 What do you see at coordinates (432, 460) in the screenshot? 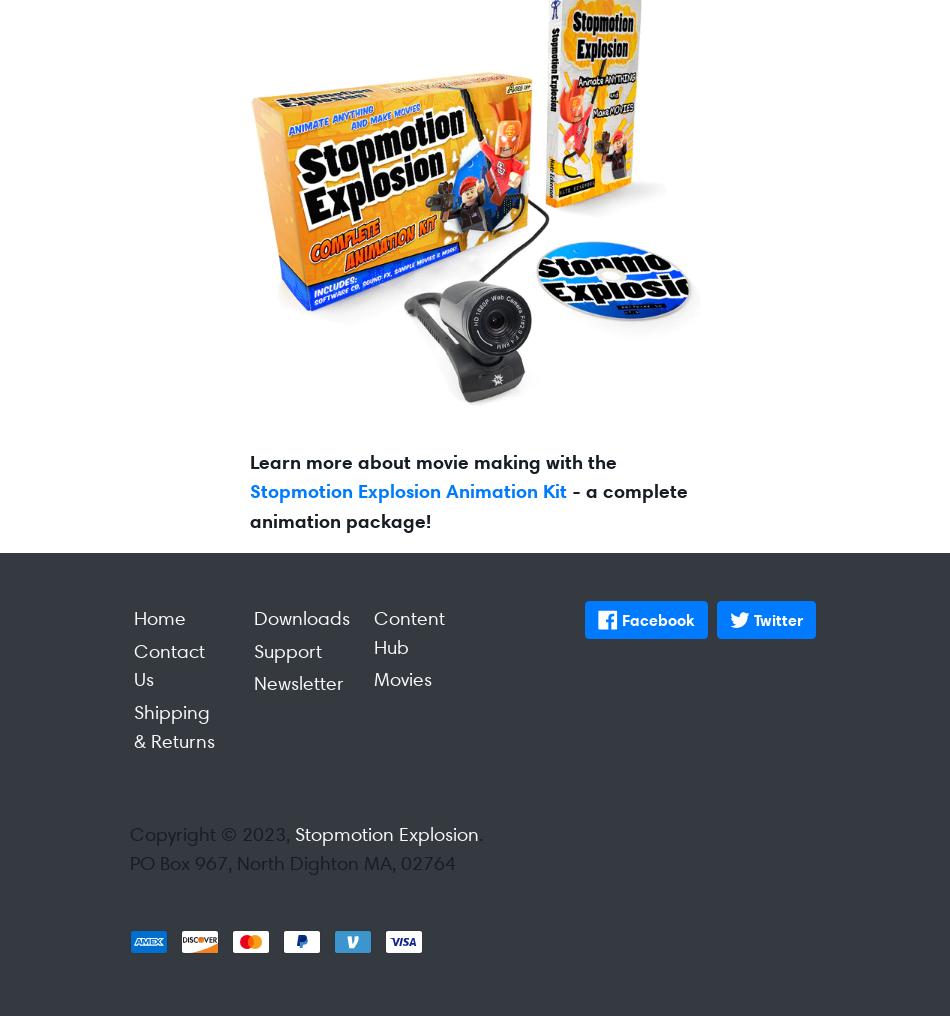
I see `'Learn more about movie making with the'` at bounding box center [432, 460].